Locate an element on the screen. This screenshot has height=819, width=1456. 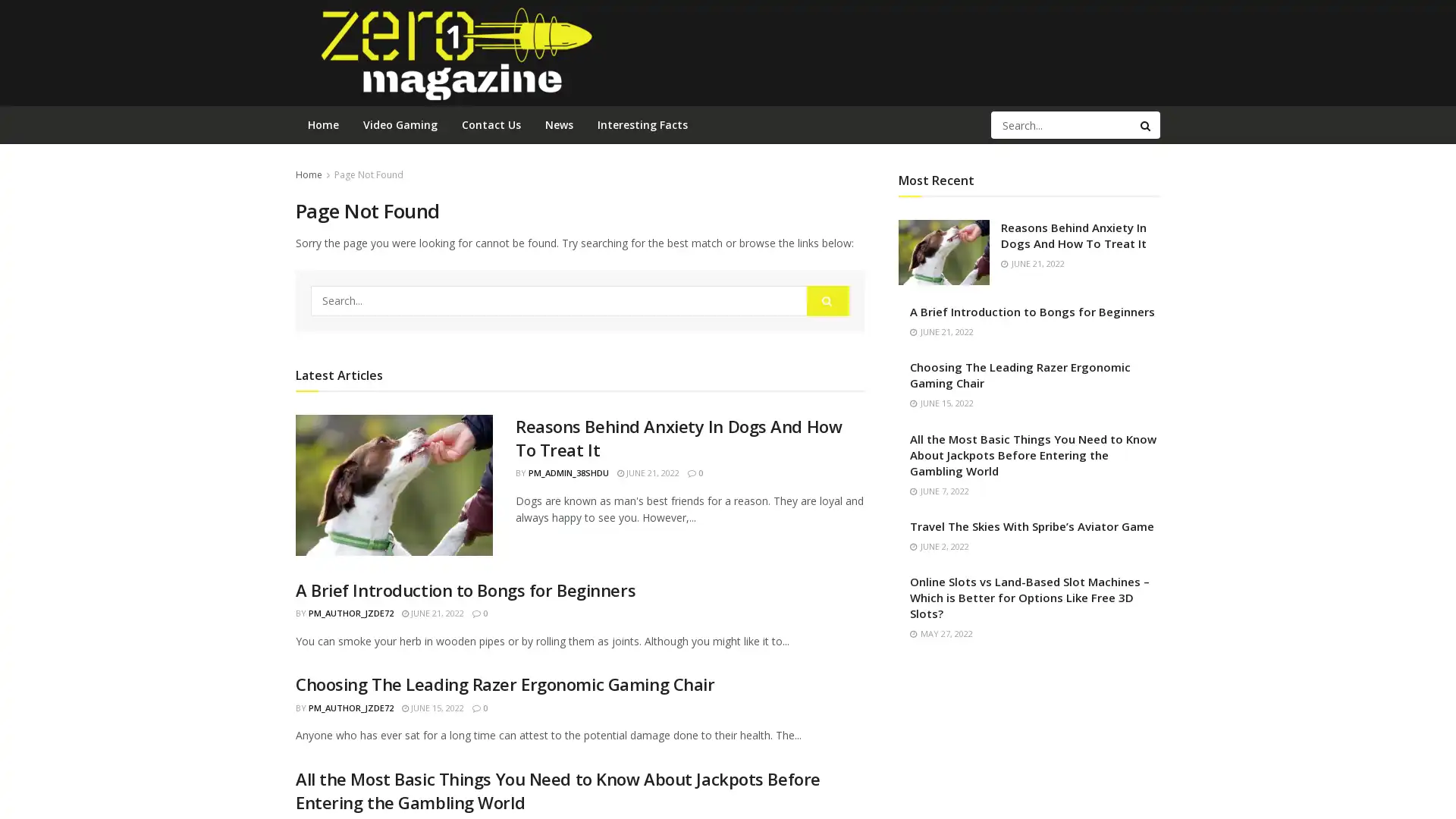
Search Button is located at coordinates (827, 300).